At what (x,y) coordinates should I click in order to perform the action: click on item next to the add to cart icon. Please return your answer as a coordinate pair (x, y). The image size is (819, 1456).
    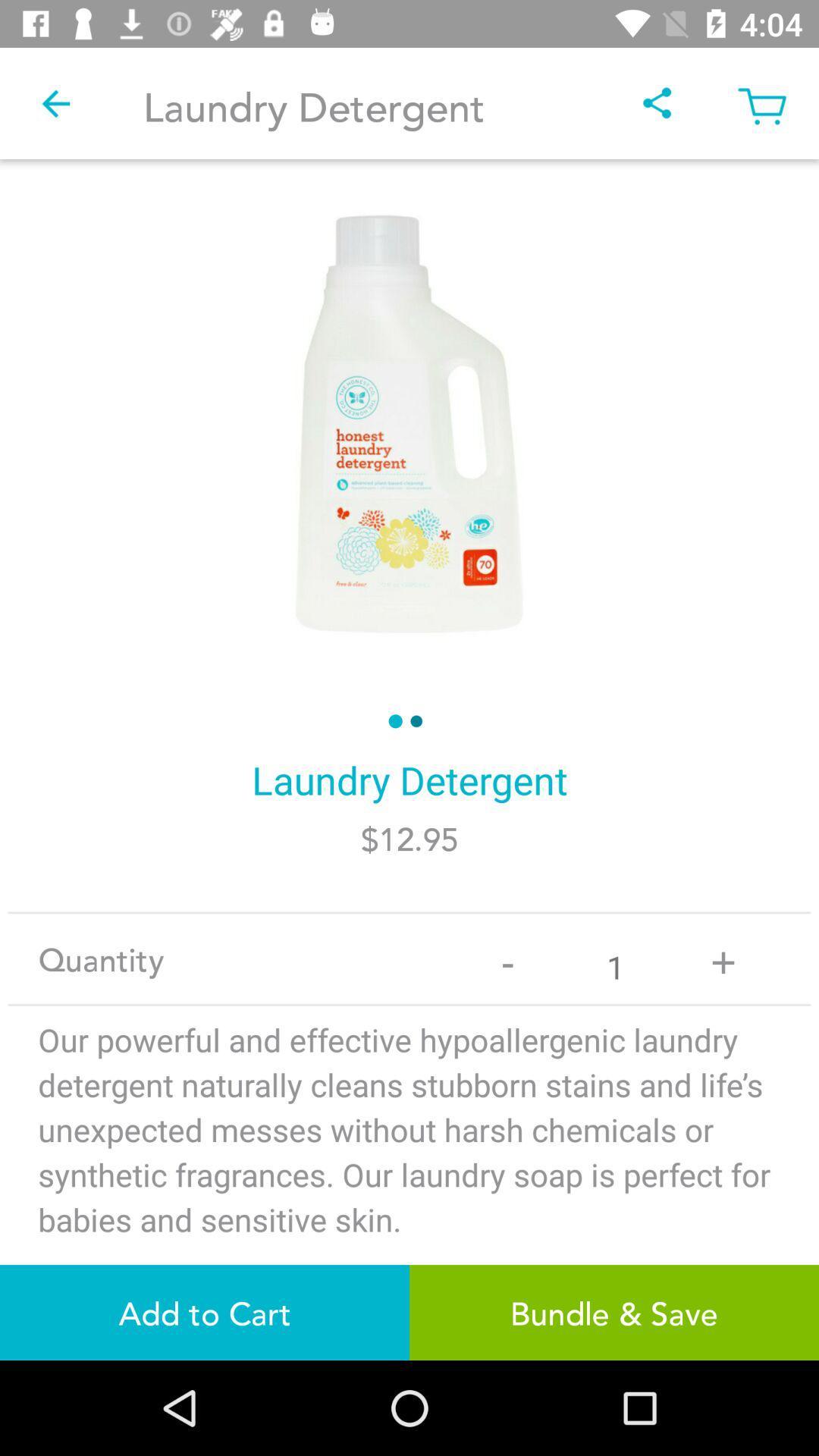
    Looking at the image, I should click on (614, 1312).